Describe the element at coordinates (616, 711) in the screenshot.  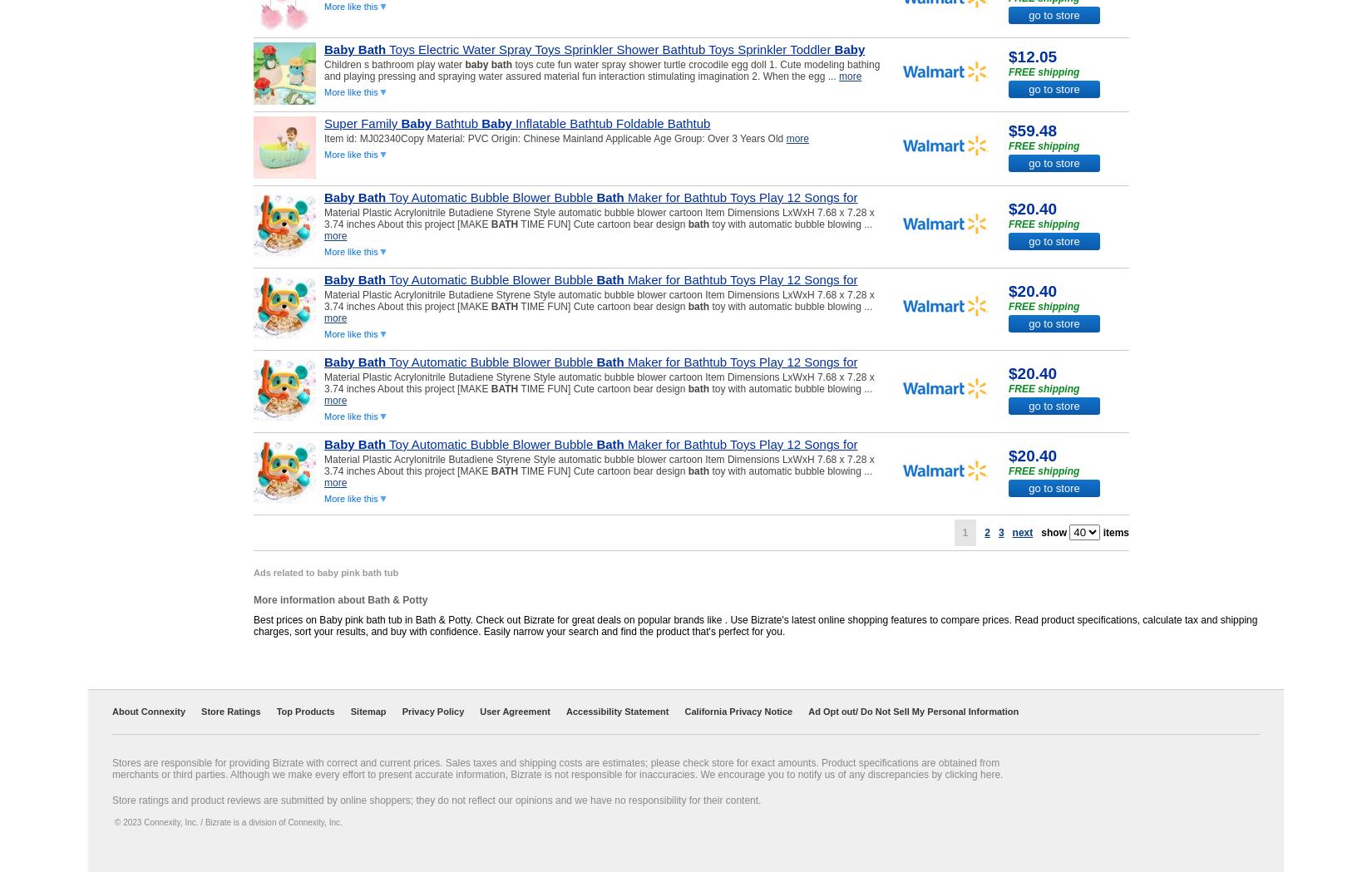
I see `'Accessibility Statement'` at that location.